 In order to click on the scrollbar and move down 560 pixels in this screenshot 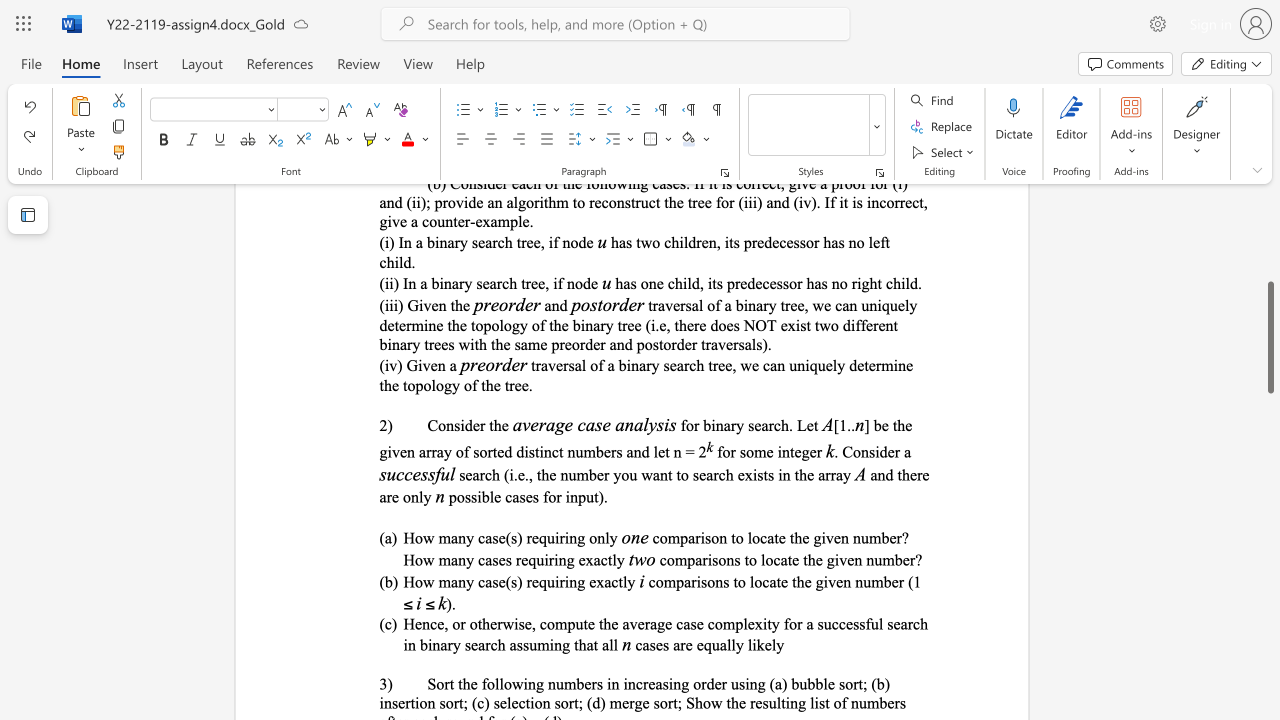, I will do `click(1269, 336)`.